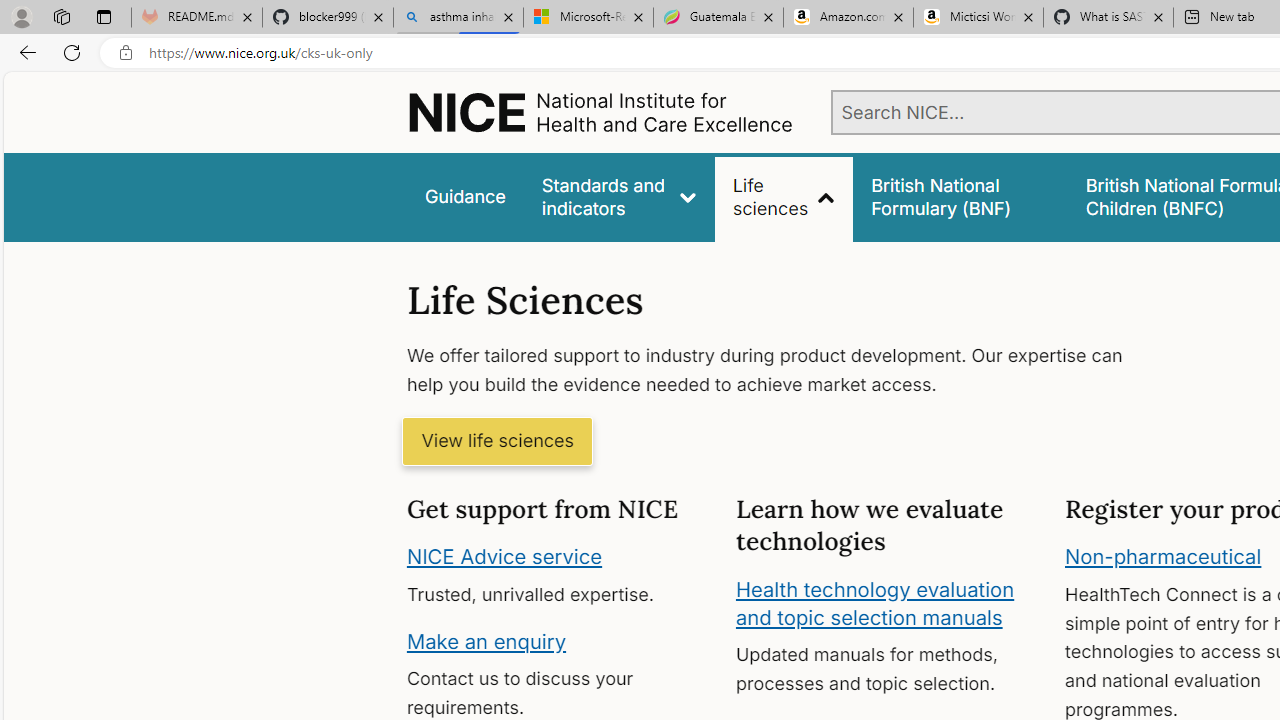 Image resolution: width=1280 pixels, height=720 pixels. I want to click on 'View life sciences', so click(497, 441).